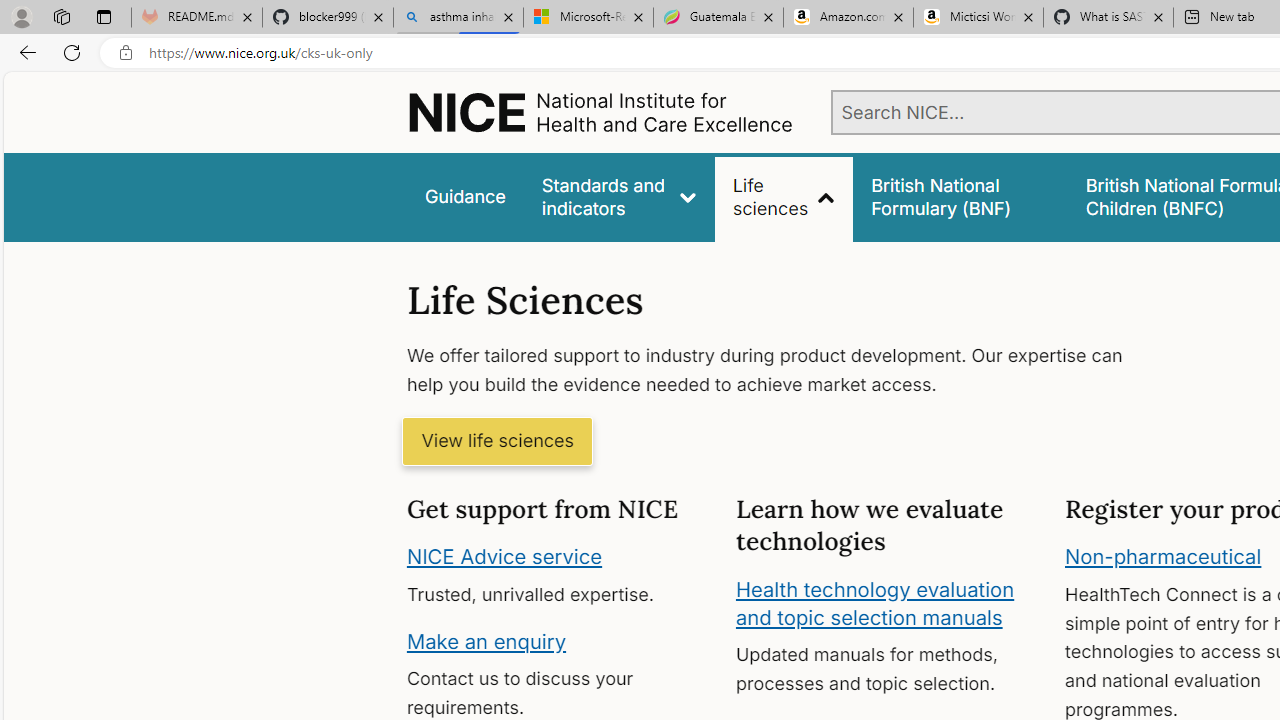 Image resolution: width=1280 pixels, height=720 pixels. I want to click on 'View life sciences', so click(497, 441).